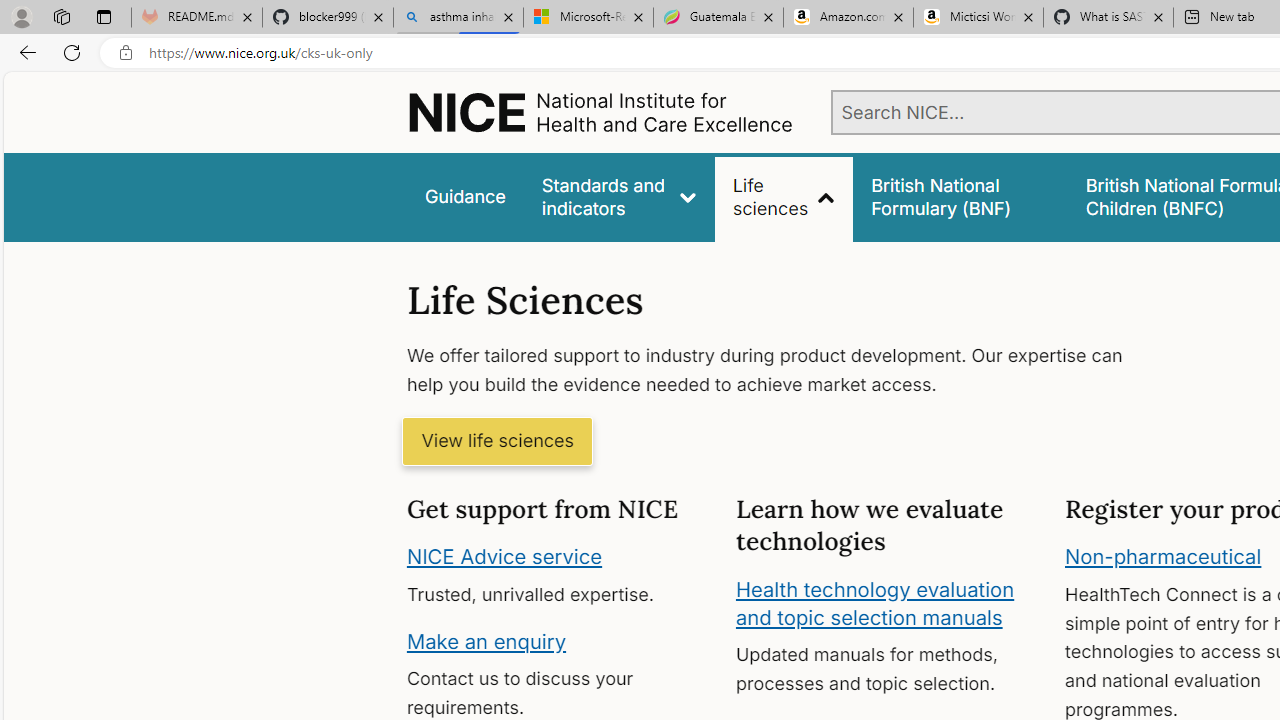 Image resolution: width=1280 pixels, height=720 pixels. I want to click on 'View life sciences', so click(497, 441).